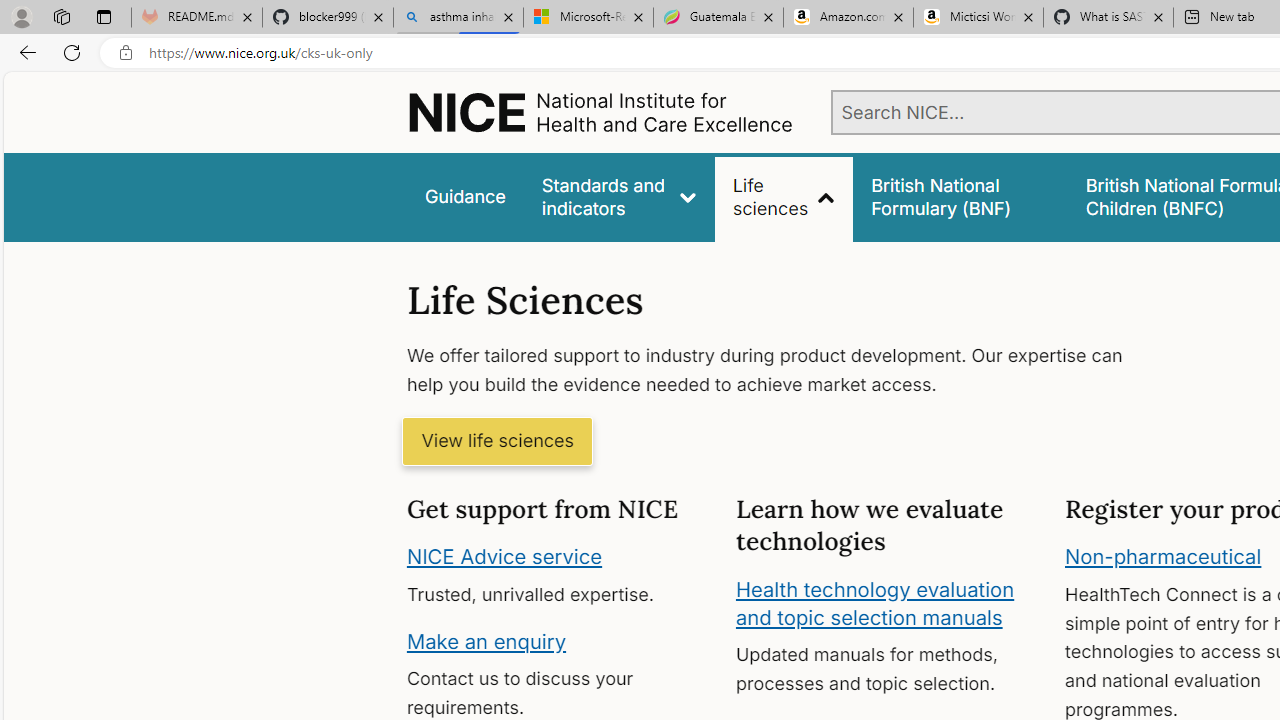 Image resolution: width=1280 pixels, height=720 pixels. I want to click on 'View life sciences', so click(497, 441).